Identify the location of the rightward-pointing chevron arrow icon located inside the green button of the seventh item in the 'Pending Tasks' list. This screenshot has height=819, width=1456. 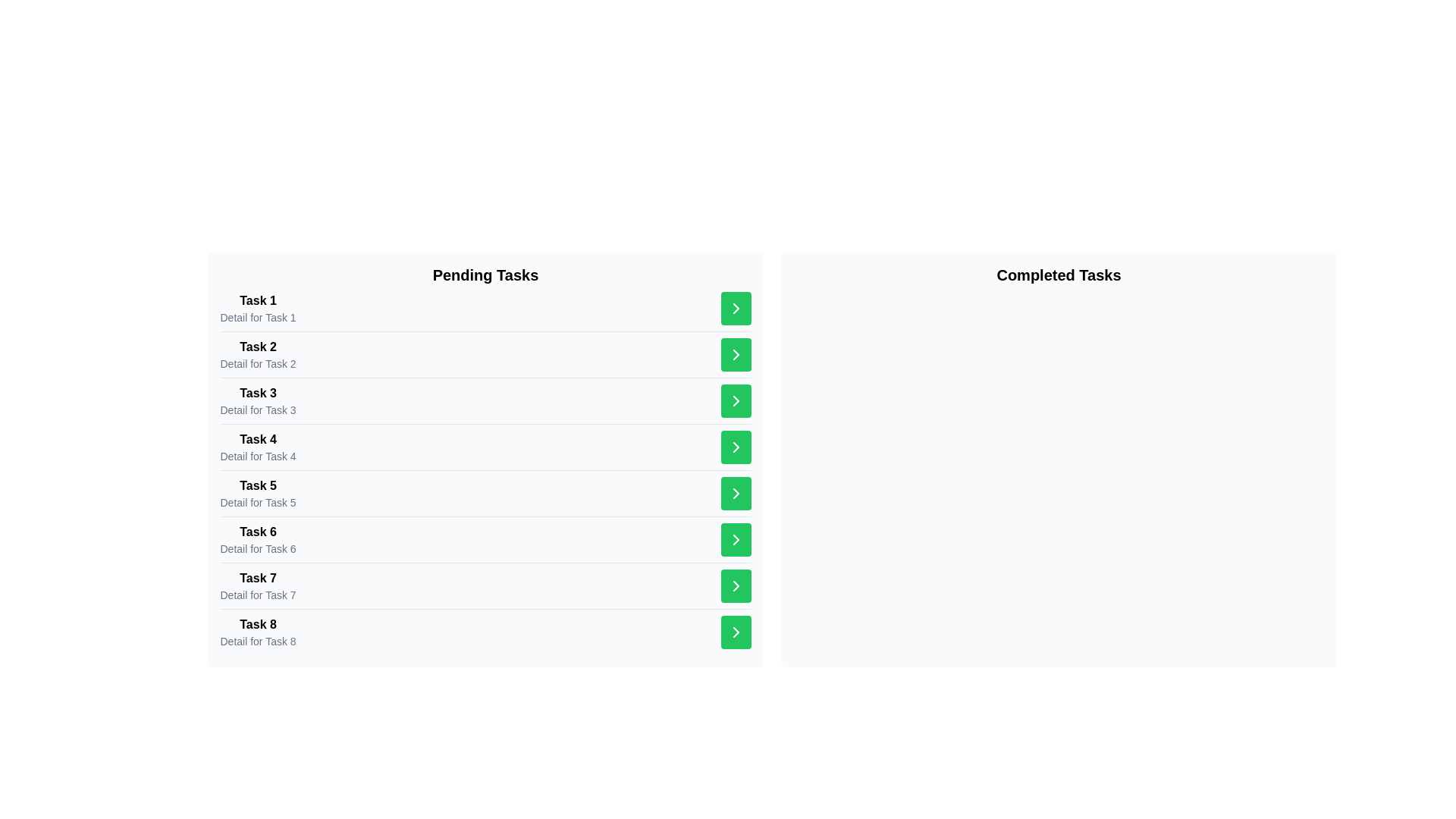
(736, 447).